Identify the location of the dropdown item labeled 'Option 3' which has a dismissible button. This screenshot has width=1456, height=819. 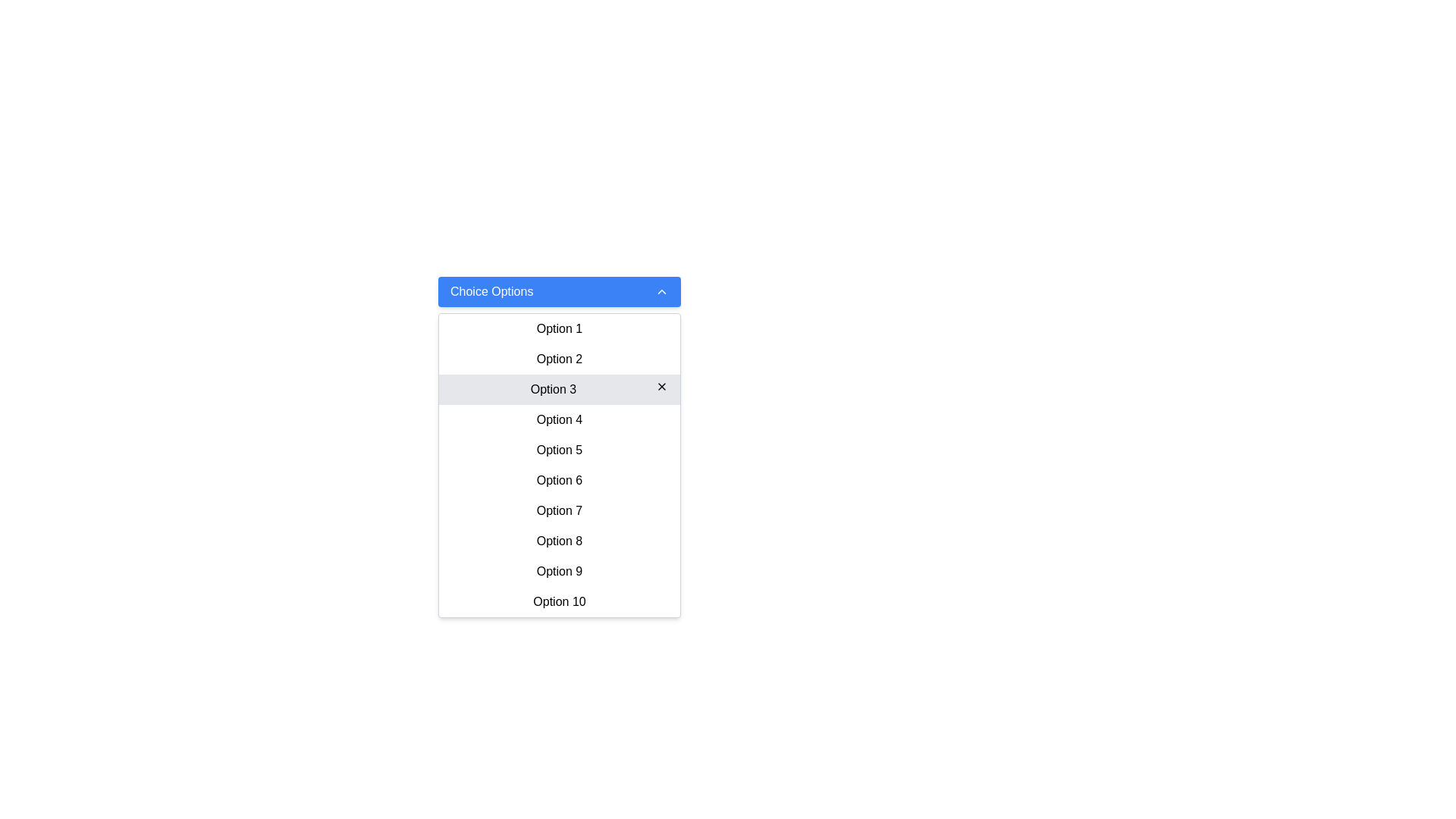
(559, 388).